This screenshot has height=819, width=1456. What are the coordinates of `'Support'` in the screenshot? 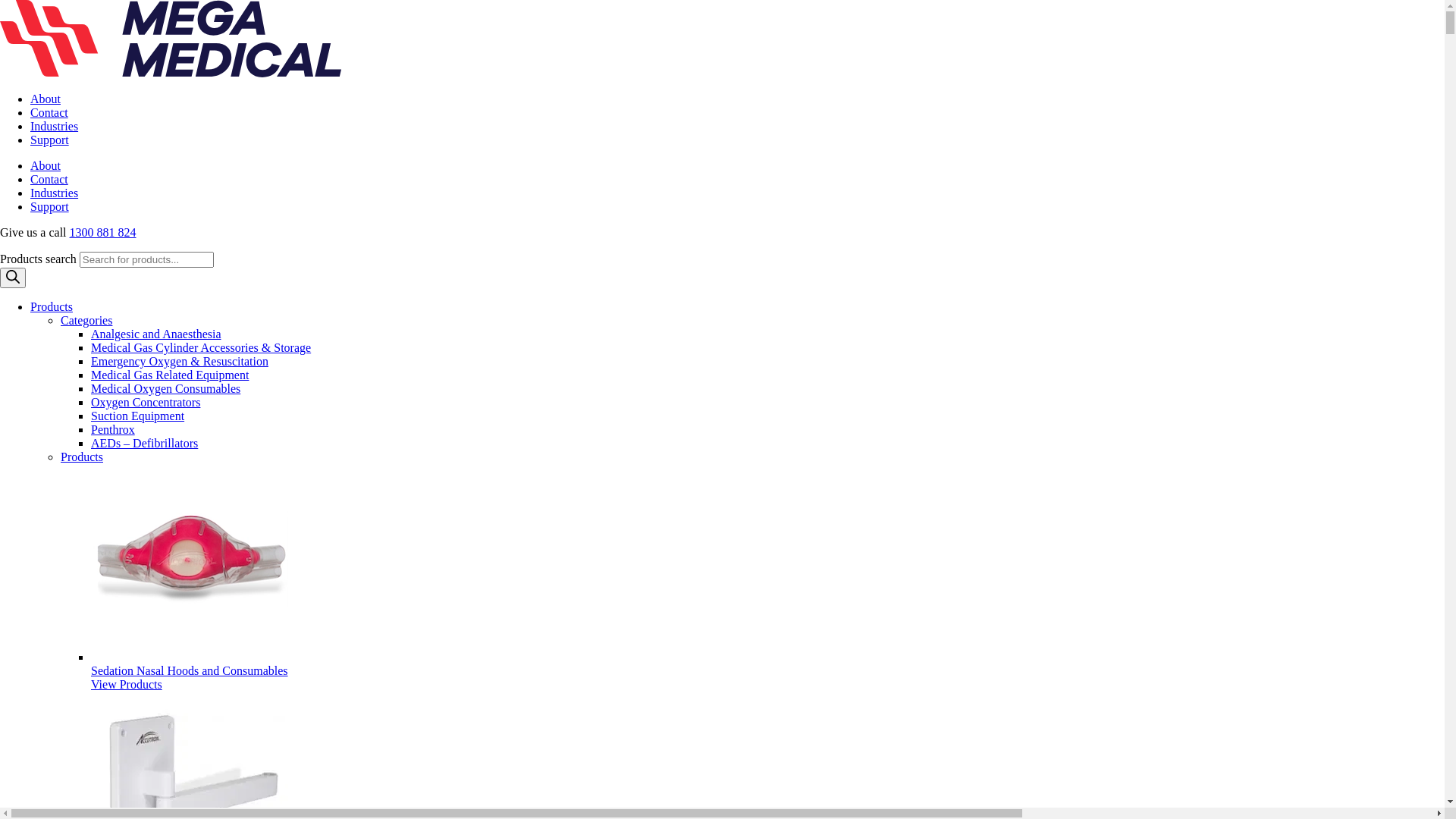 It's located at (49, 206).